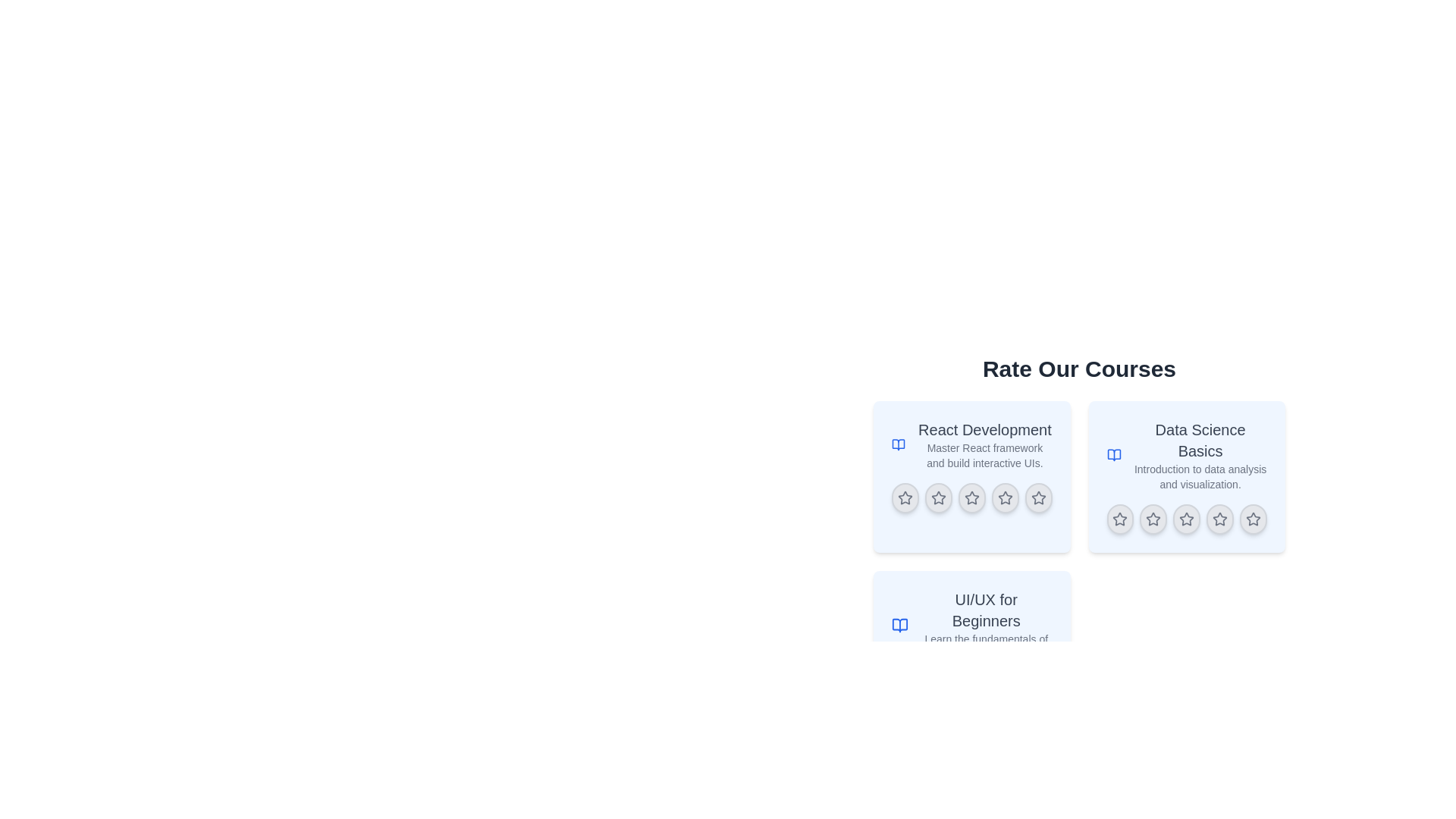 The image size is (1456, 819). What do you see at coordinates (1120, 519) in the screenshot?
I see `the circular button with a grayish background and a star icon located in the second rating row under the 'Data Science Basics' section` at bounding box center [1120, 519].